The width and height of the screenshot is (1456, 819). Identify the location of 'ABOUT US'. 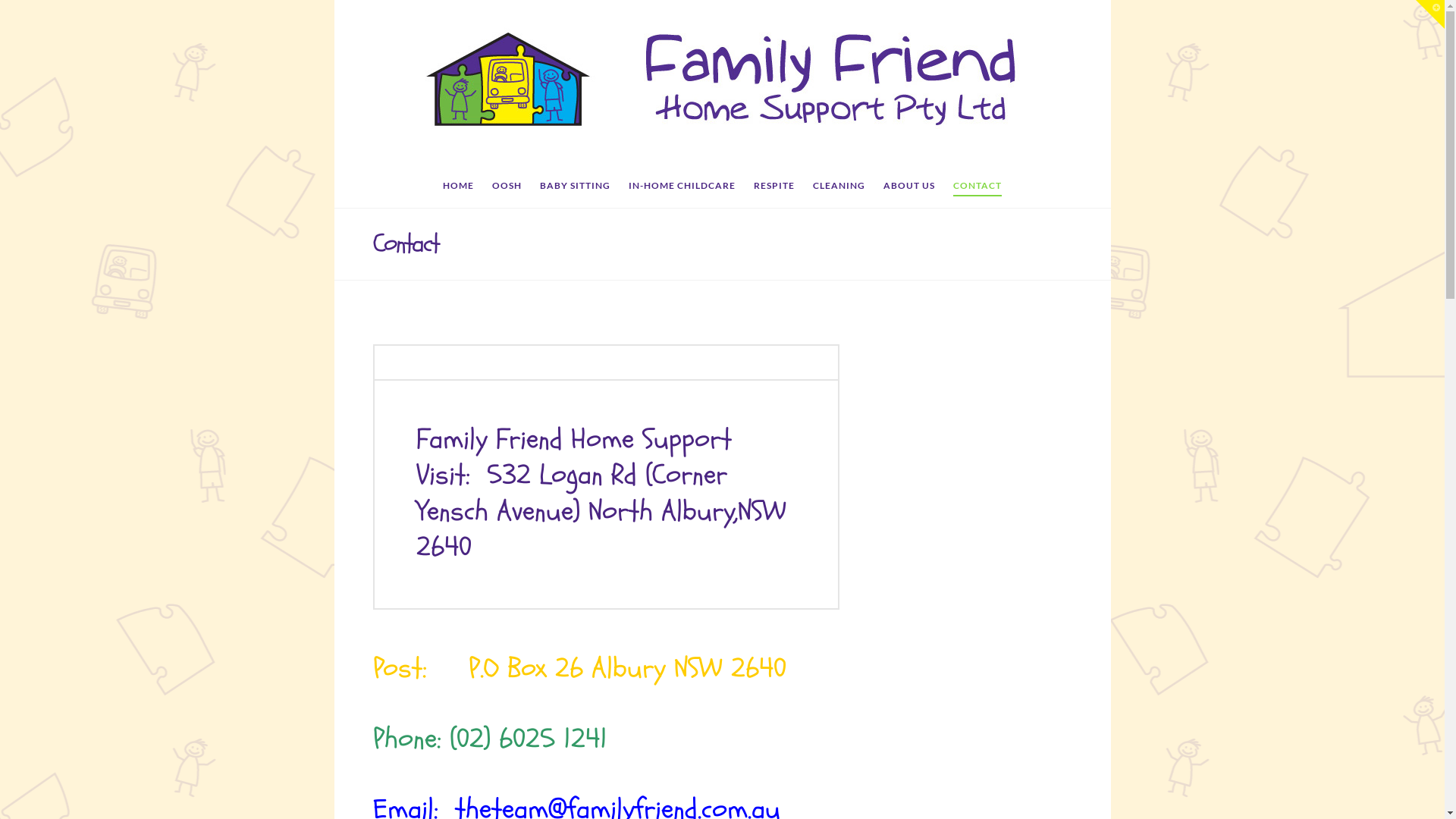
(909, 188).